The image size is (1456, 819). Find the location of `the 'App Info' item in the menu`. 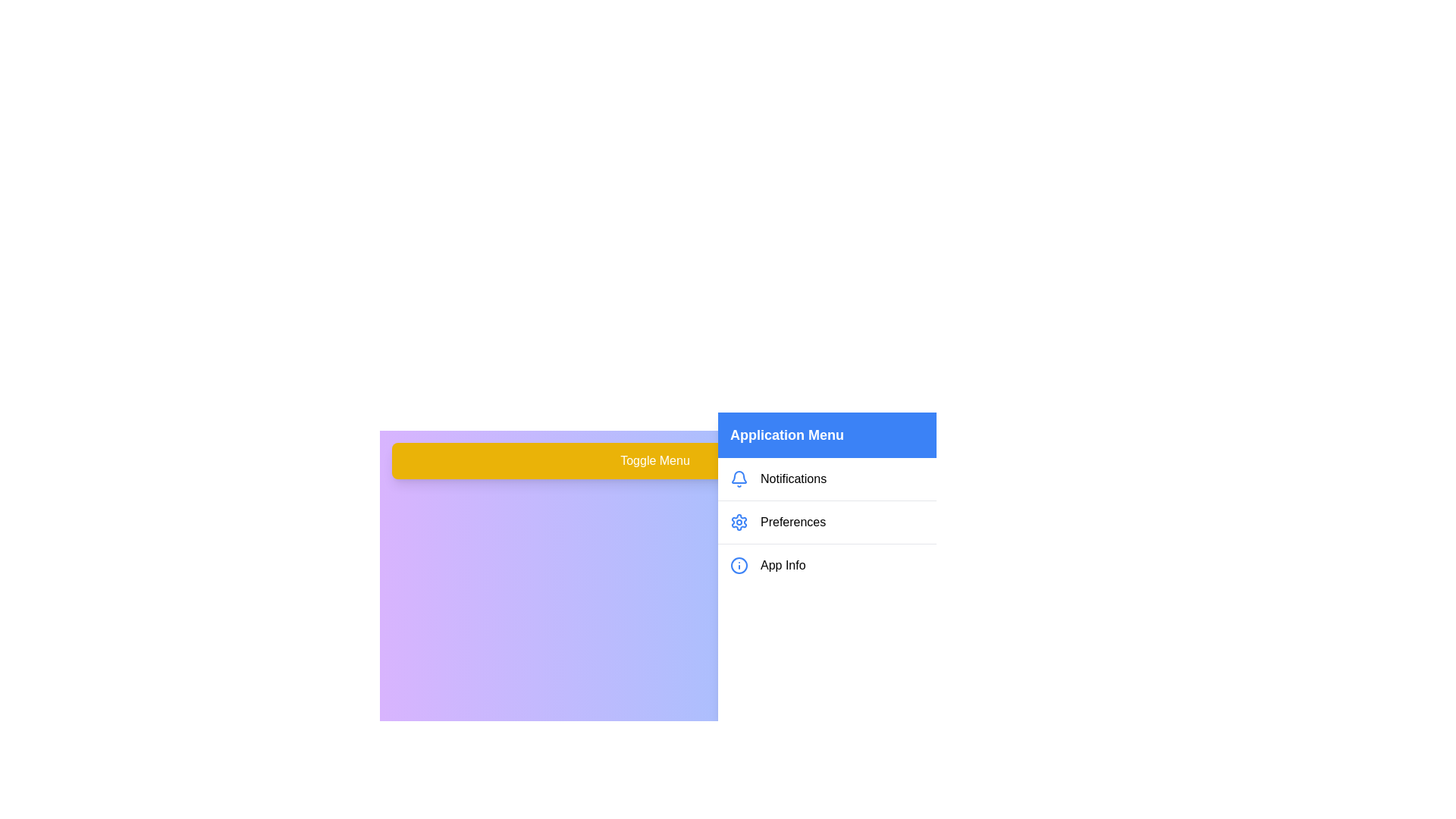

the 'App Info' item in the menu is located at coordinates (826, 565).